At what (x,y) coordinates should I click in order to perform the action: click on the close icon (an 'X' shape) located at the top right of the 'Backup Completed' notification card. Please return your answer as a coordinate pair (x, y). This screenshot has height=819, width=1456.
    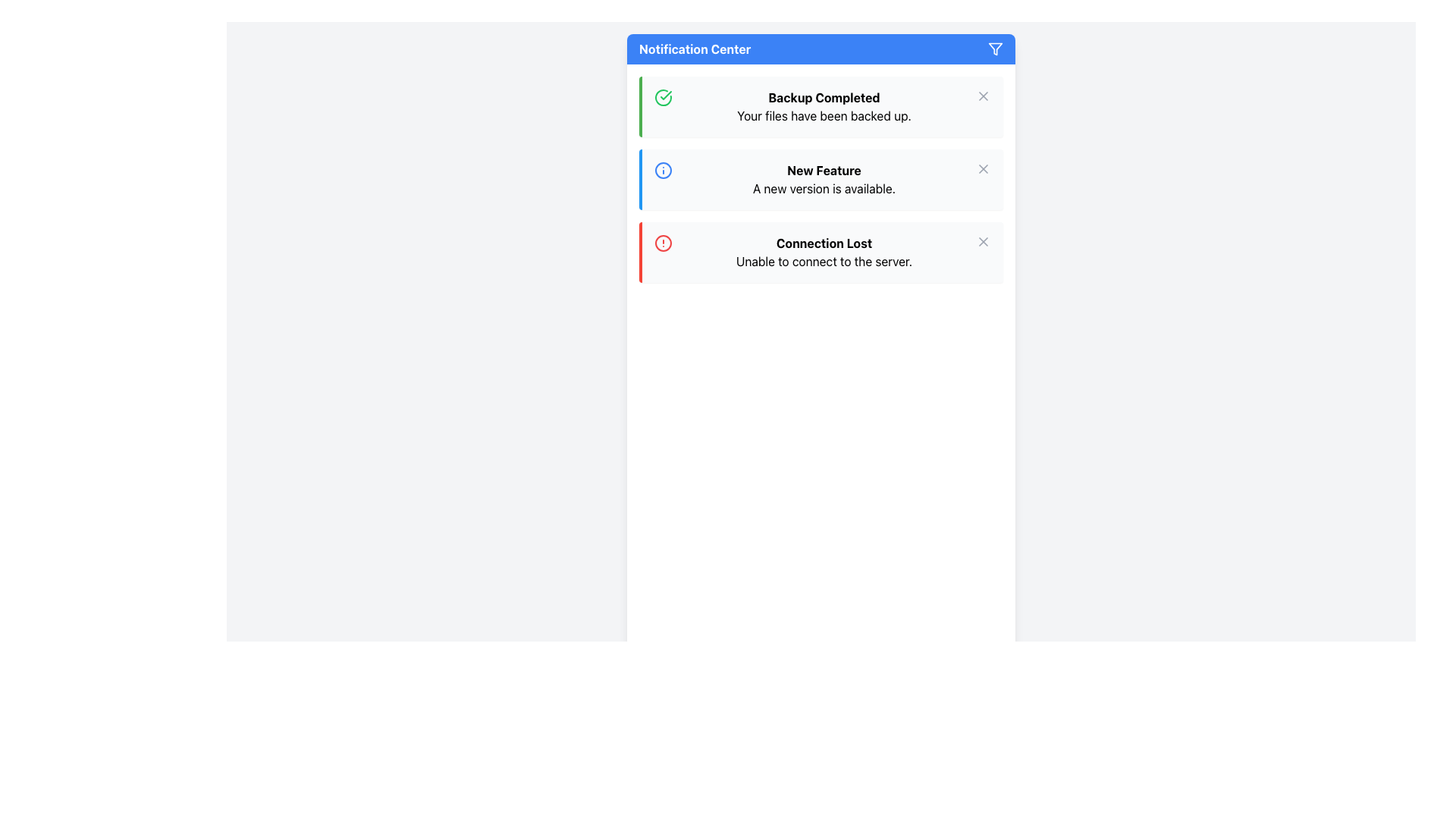
    Looking at the image, I should click on (983, 96).